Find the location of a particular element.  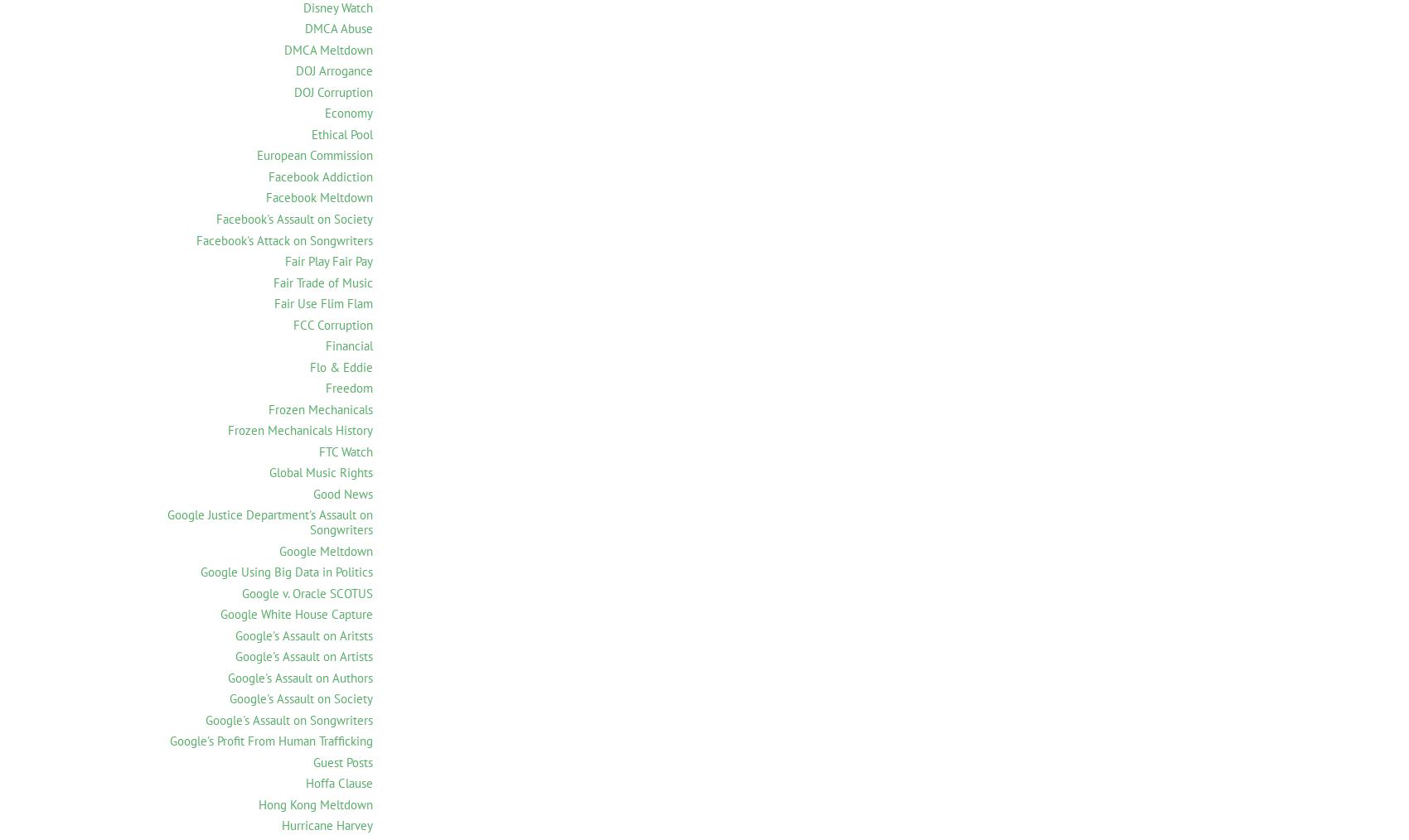

'Guest Posts' is located at coordinates (341, 760).